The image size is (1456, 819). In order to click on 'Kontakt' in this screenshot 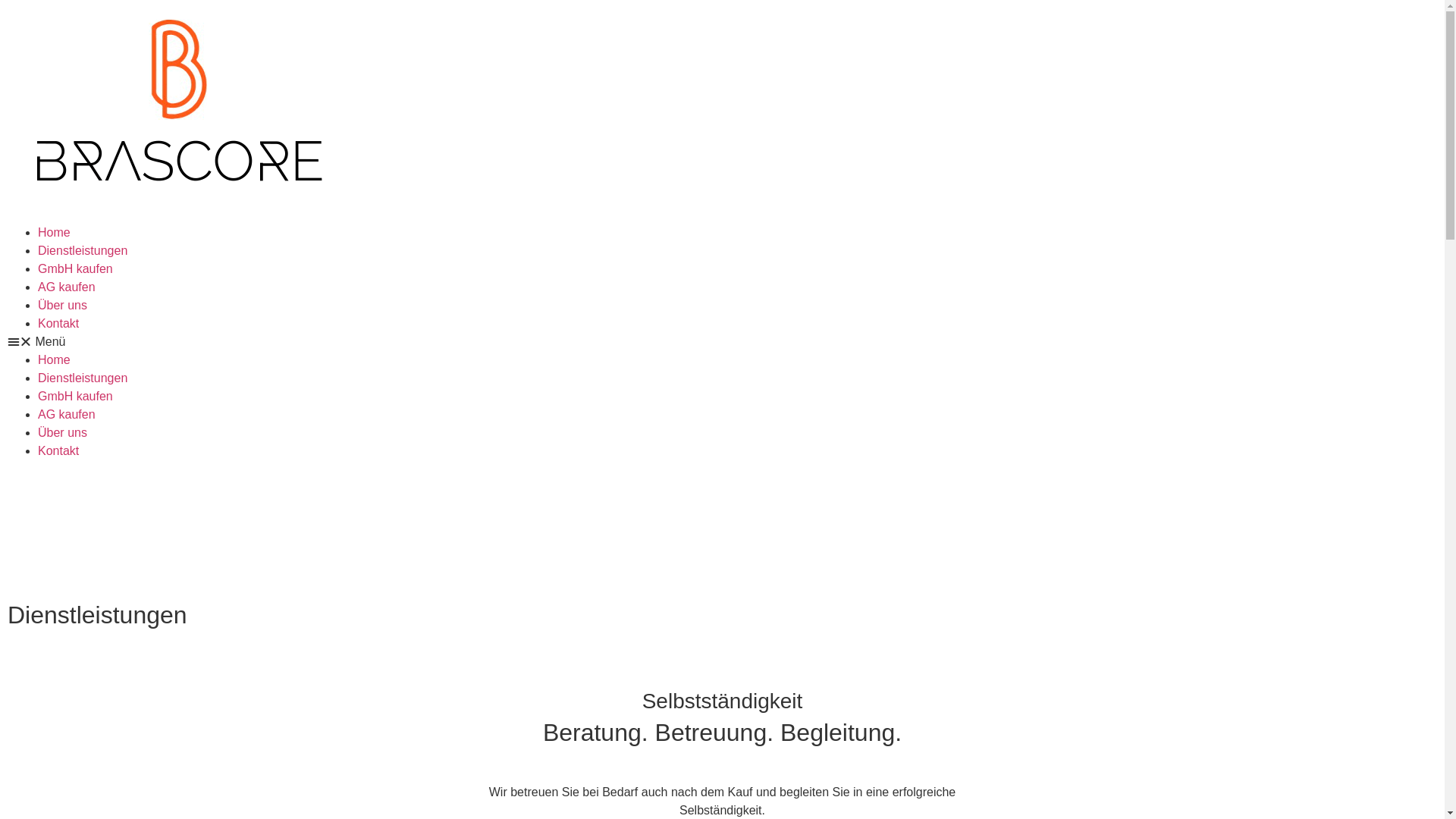, I will do `click(58, 322)`.